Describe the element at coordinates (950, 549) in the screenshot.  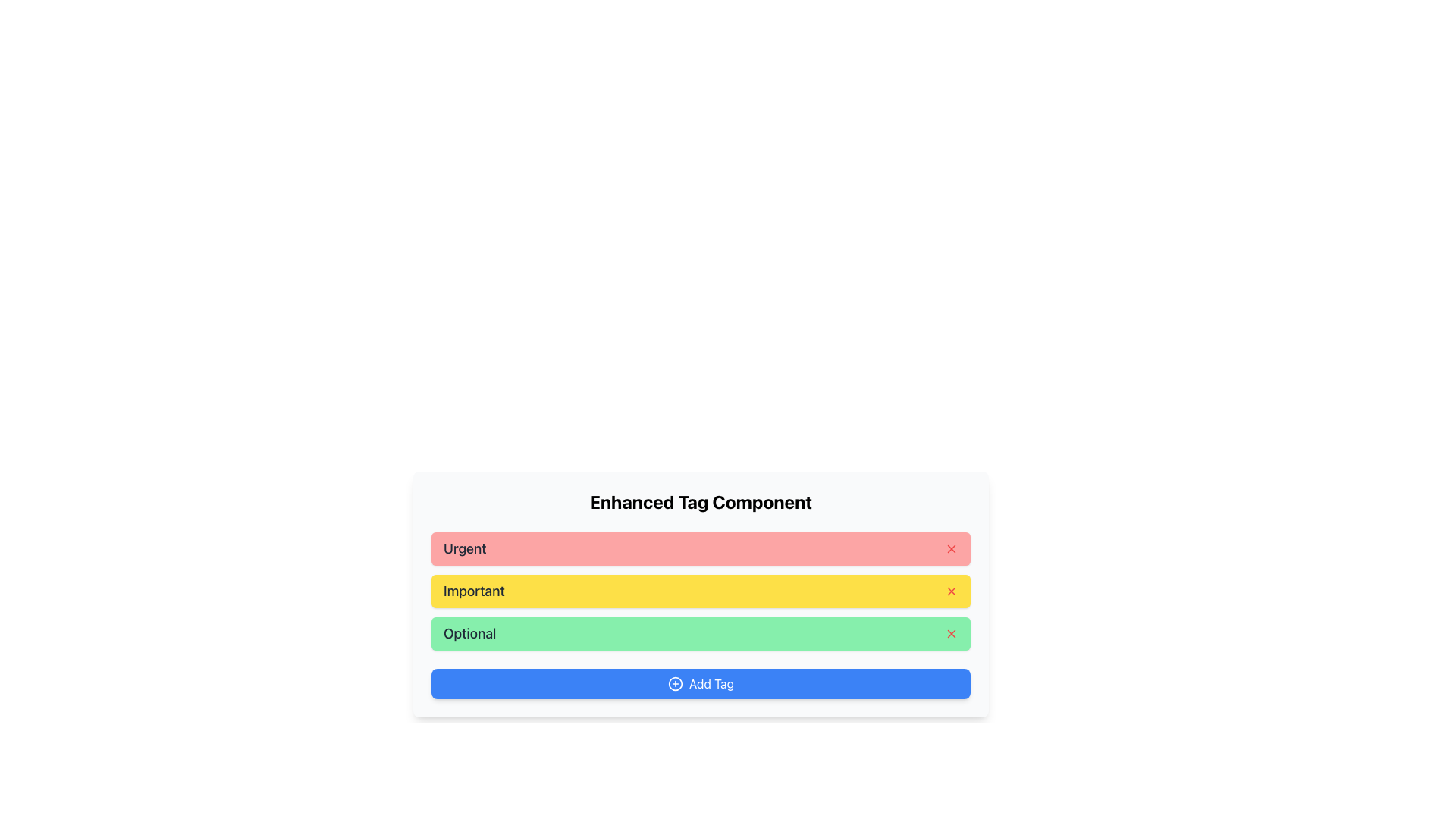
I see `the 'X' icon button located in the red background area labeled 'Urgent'` at that location.